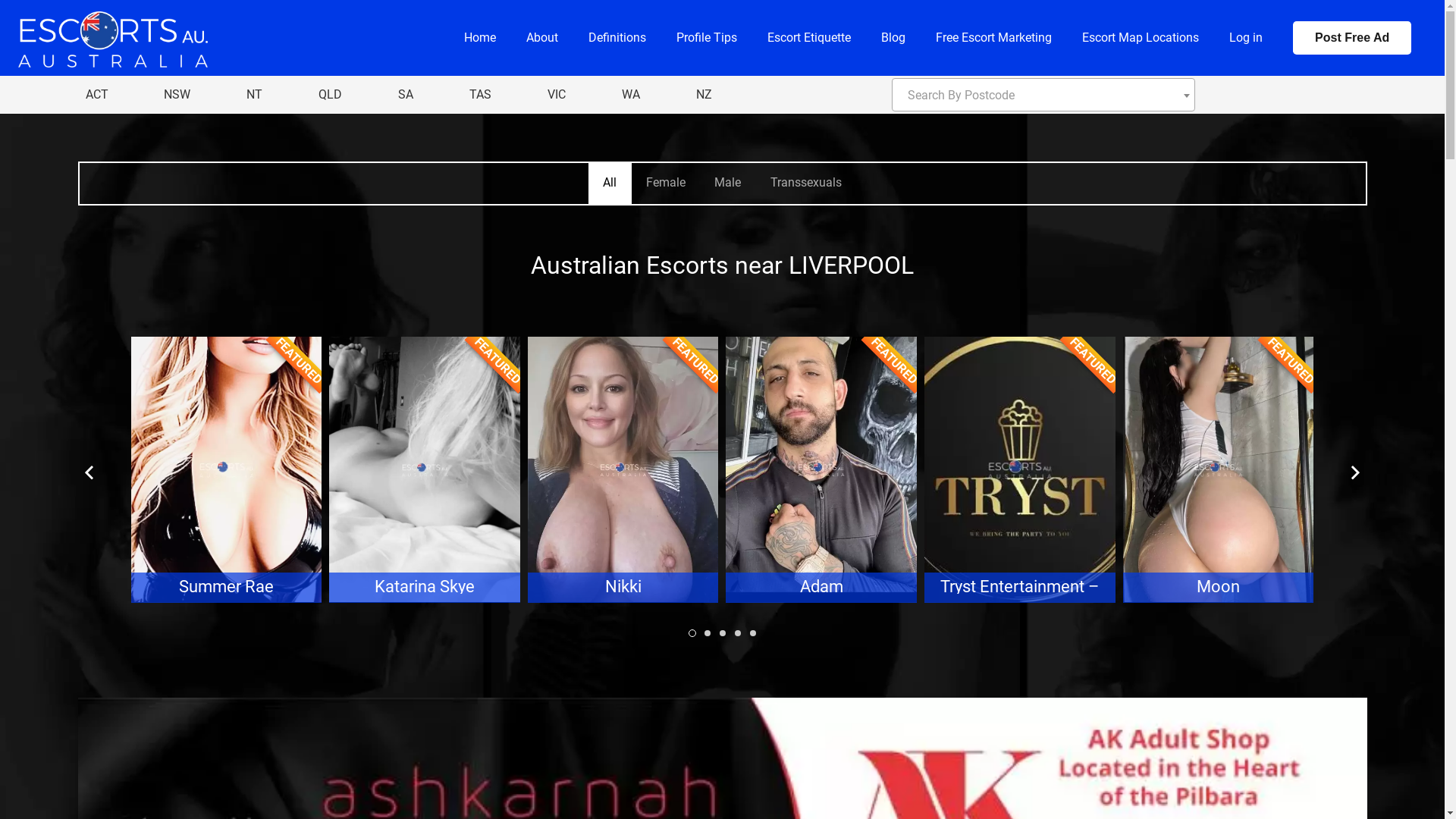 The image size is (1456, 819). I want to click on 'VIC', so click(556, 94).